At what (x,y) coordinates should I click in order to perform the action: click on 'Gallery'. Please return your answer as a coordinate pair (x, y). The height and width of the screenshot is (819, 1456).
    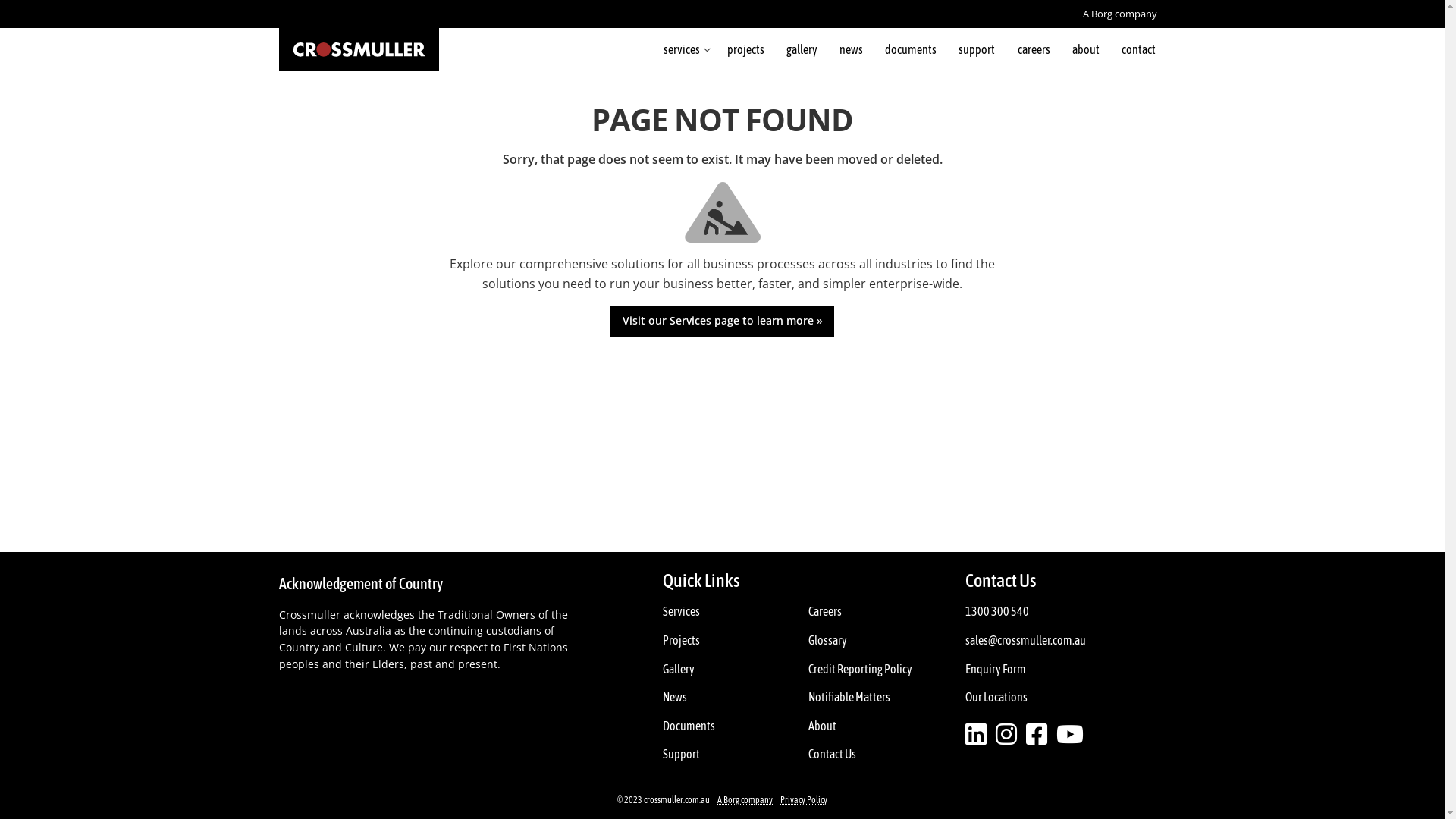
    Looking at the image, I should click on (677, 669).